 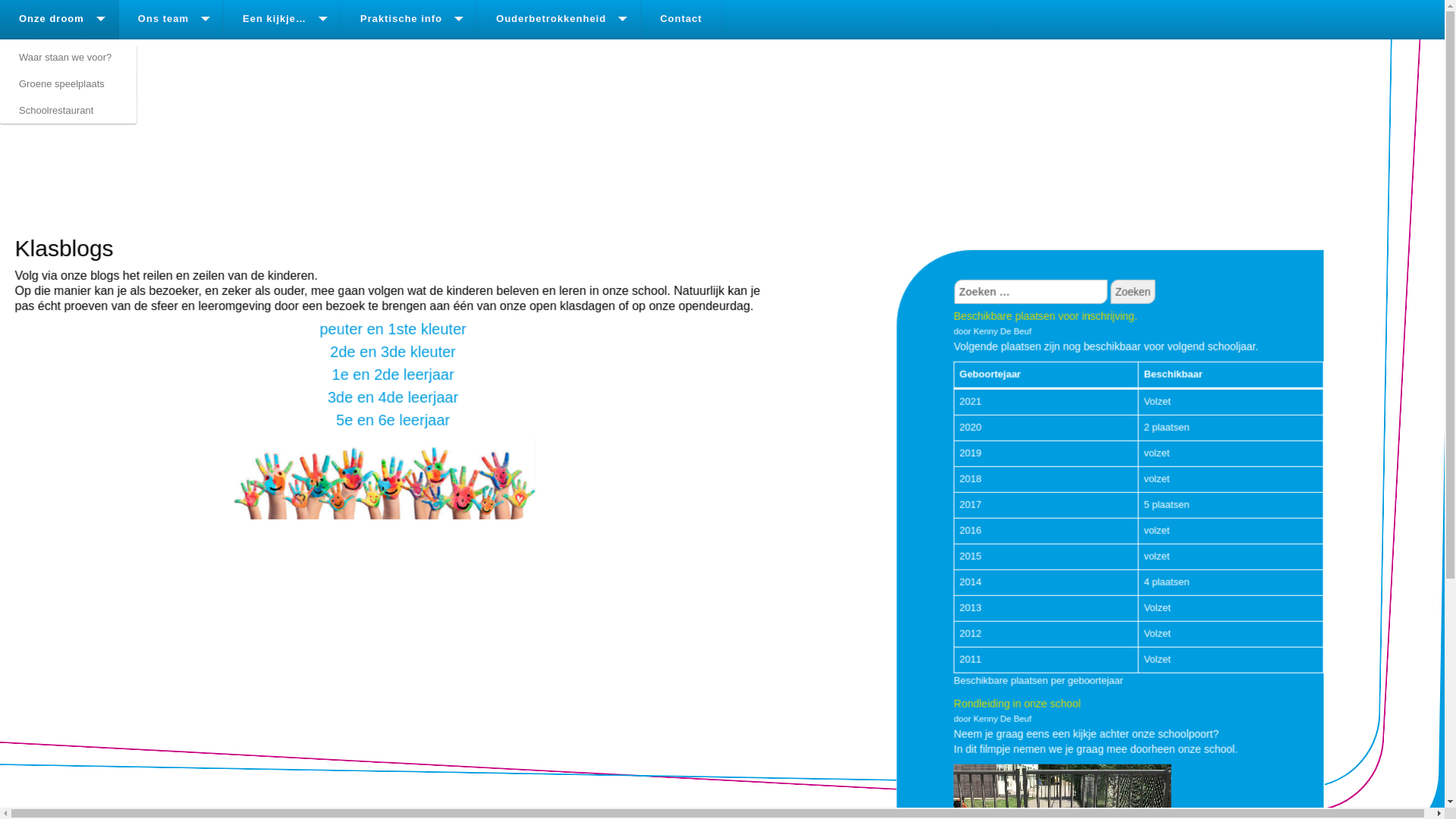 I want to click on 'peuter en 1ste kleuter', so click(x=318, y=327).